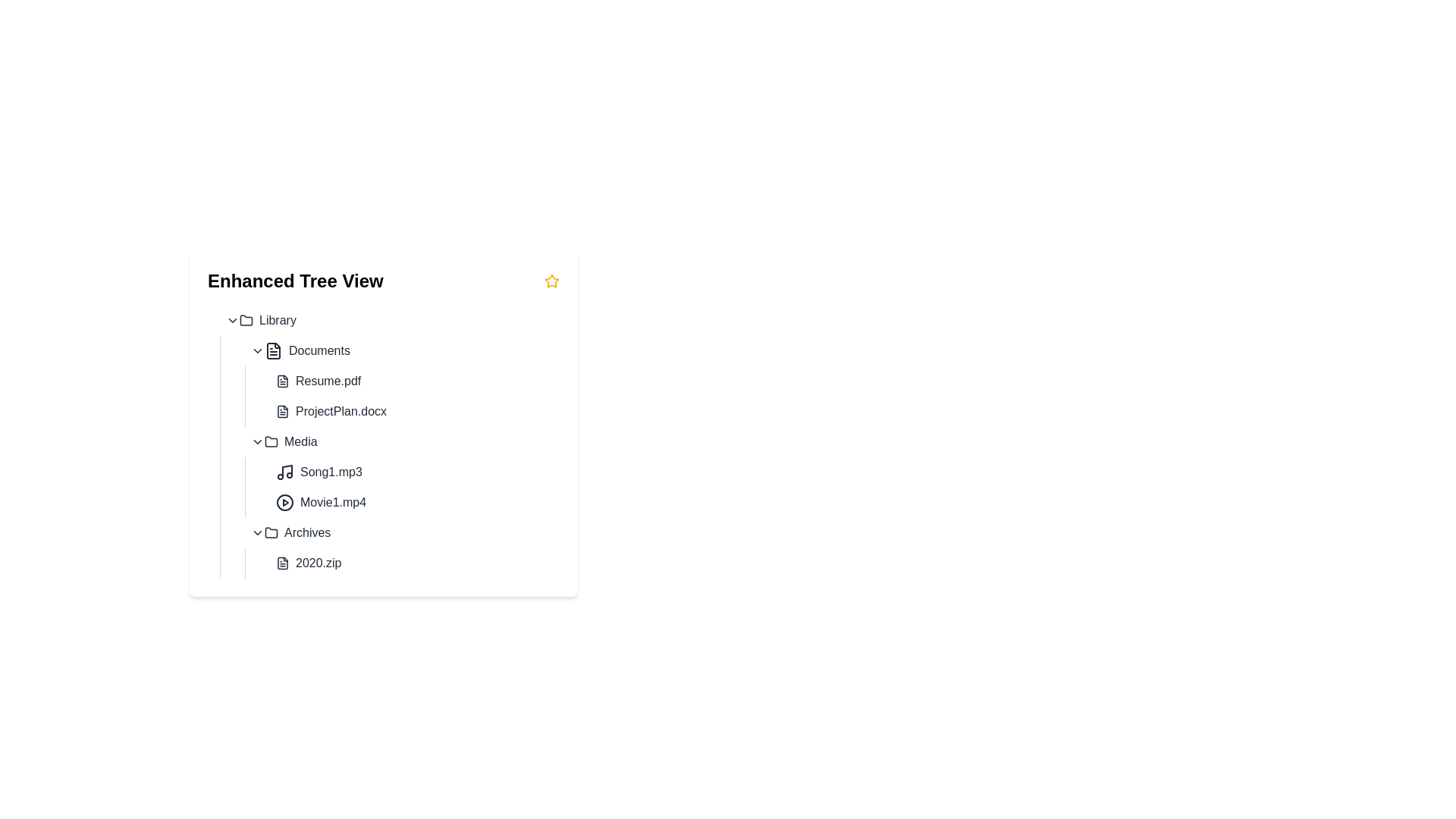 The image size is (1456, 819). Describe the element at coordinates (402, 548) in the screenshot. I see `the file entry named '2020.zip' located in the 'Archives' section of the folder structure` at that location.